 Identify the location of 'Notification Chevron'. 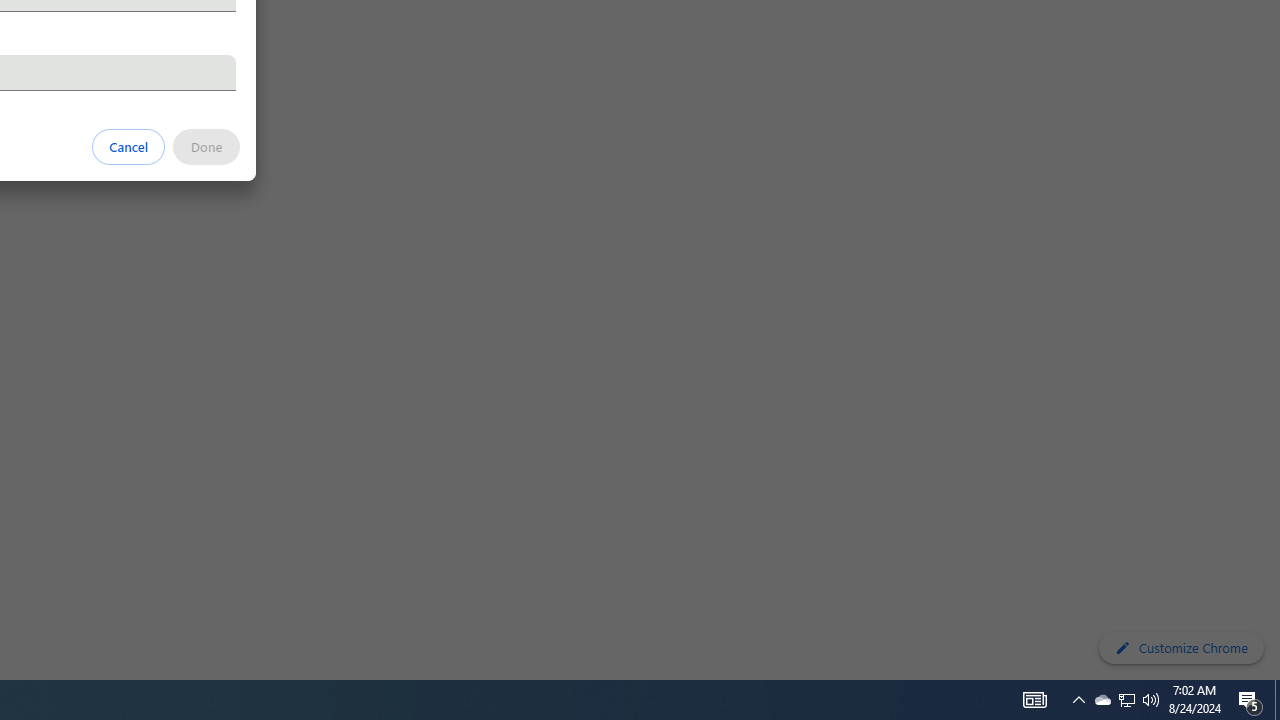
(1127, 698).